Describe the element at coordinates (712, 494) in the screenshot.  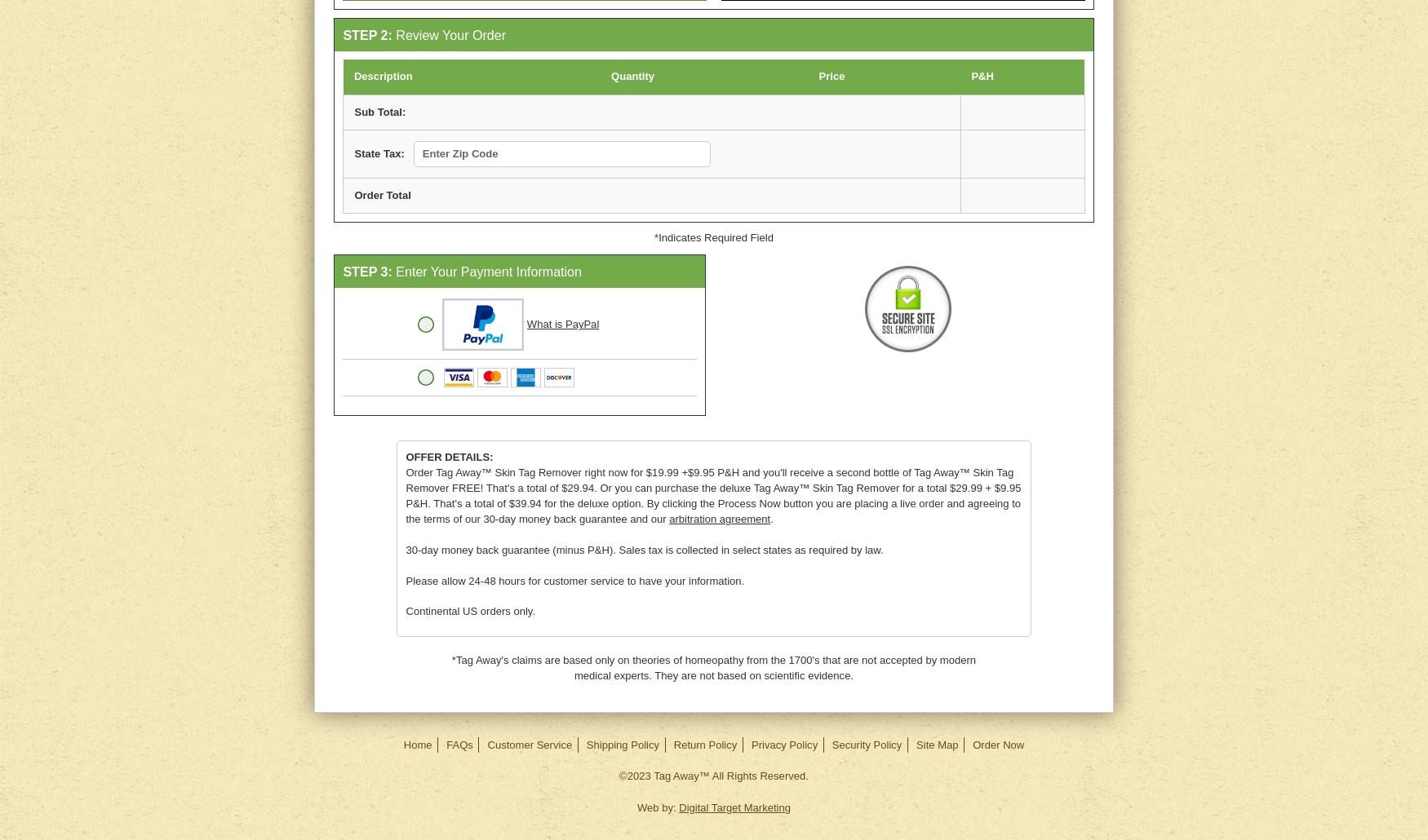
I see `'Order Tag Away™ Skin Tag Remover right now for $19.99 +$9.95 P&H and you'll receive a second bottle of Tag Away™ Skin Tag Remover FREE! That's a total of $29.94. Or you can purchase the deluxe Tag Away™ Skin Tag Remover for a total $29.99 + $9.95 P&H. That's a total of $39.94 for the deluxe option. By clicking the Process Now button you are placing a live order and agreeing to the terms of our 30-day money back guarantee and our'` at that location.